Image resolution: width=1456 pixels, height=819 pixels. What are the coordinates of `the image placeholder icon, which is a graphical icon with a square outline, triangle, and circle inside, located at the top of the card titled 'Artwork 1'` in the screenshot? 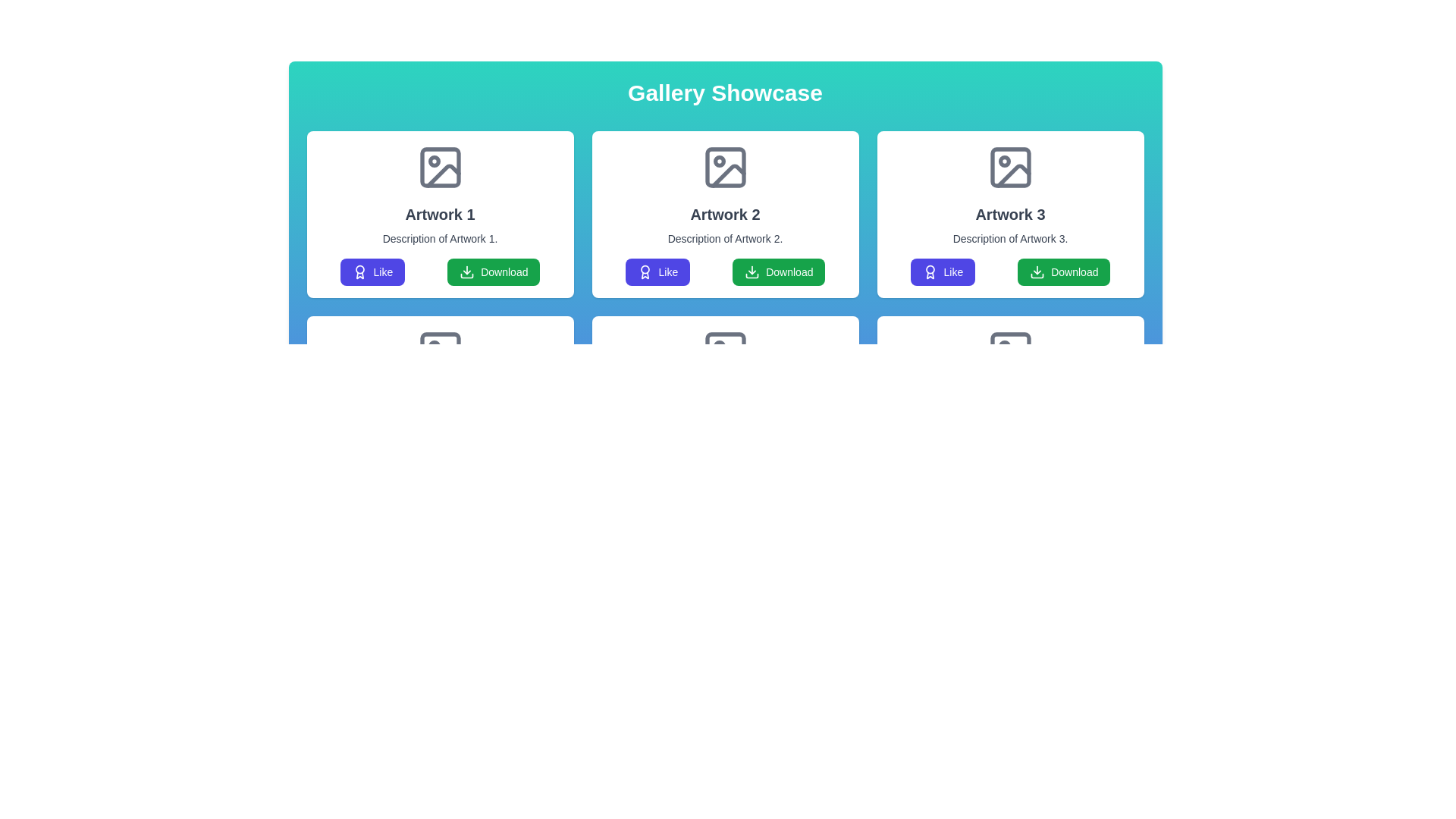 It's located at (439, 167).